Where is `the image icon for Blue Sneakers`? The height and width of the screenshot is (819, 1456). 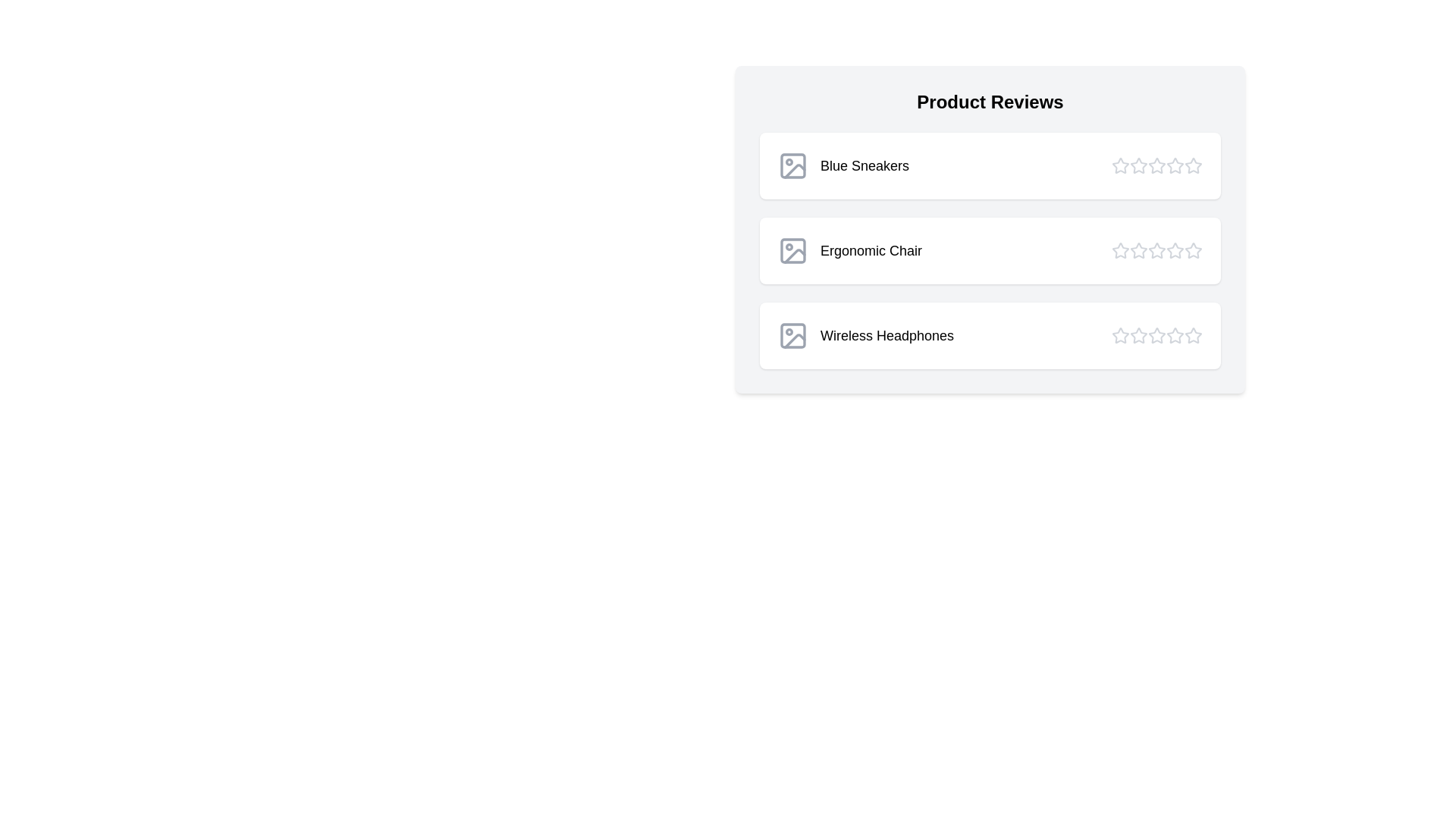 the image icon for Blue Sneakers is located at coordinates (792, 166).